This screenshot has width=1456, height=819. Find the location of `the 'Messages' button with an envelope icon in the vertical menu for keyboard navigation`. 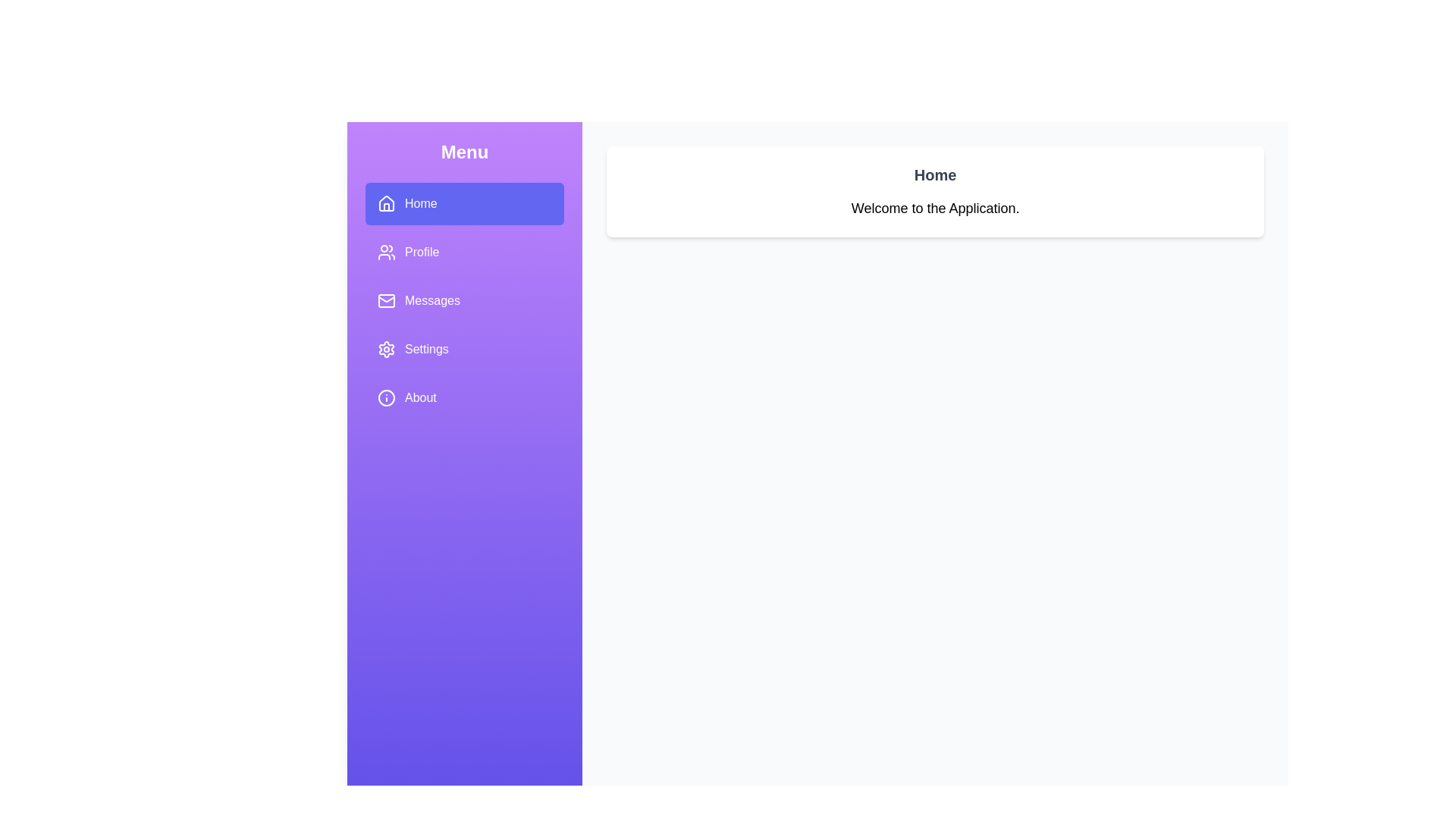

the 'Messages' button with an envelope icon in the vertical menu for keyboard navigation is located at coordinates (464, 301).